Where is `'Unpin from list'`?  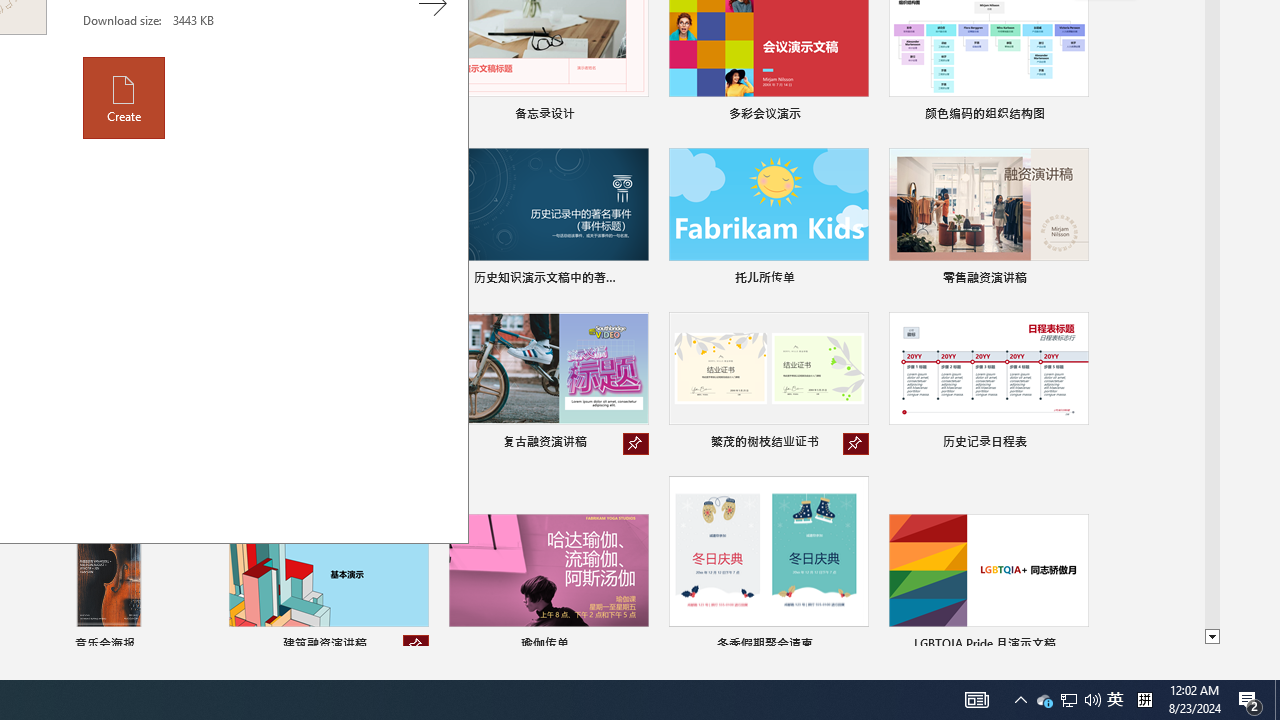 'Unpin from list' is located at coordinates (415, 645).